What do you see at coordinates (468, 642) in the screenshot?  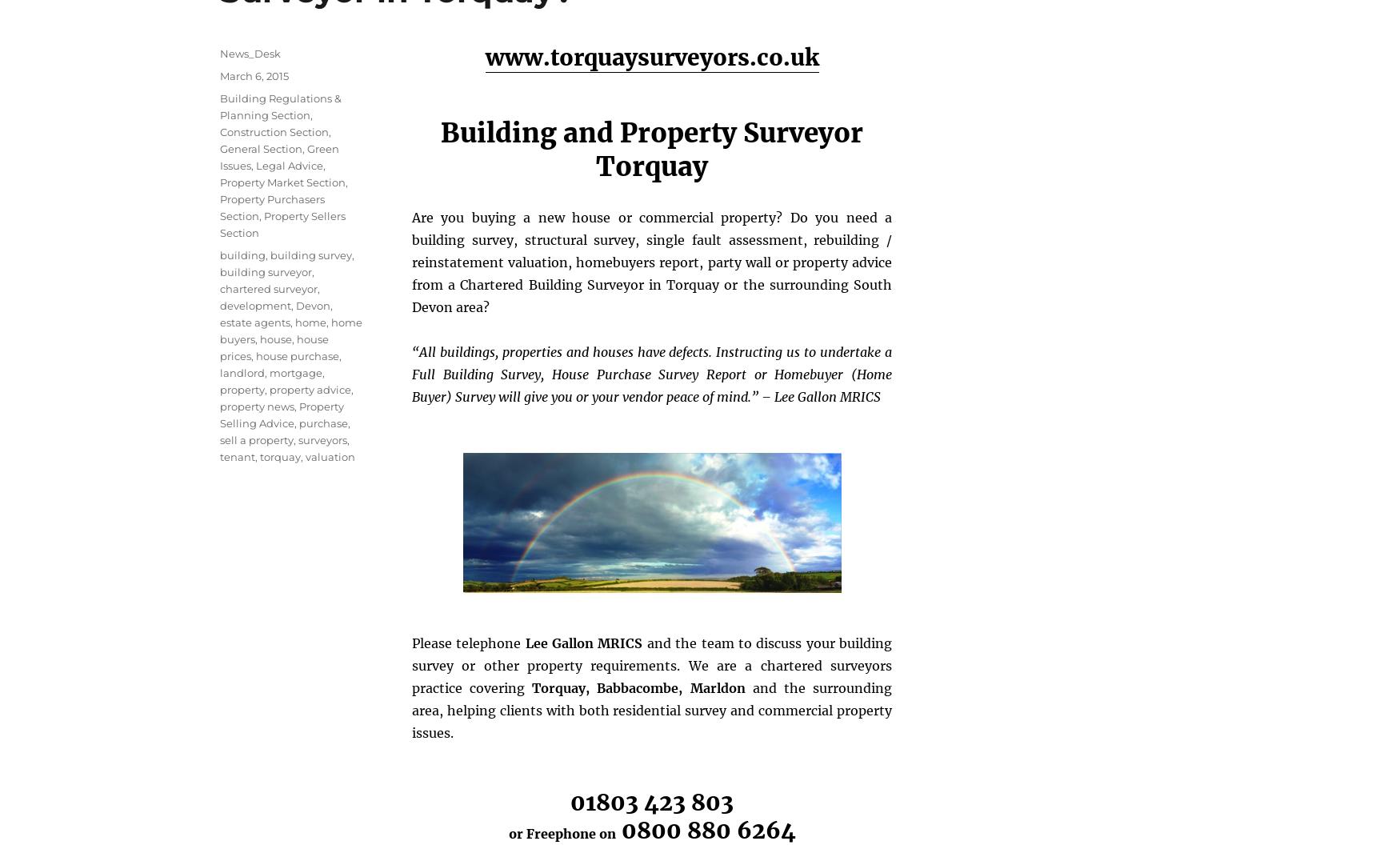 I see `'Please telephone'` at bounding box center [468, 642].